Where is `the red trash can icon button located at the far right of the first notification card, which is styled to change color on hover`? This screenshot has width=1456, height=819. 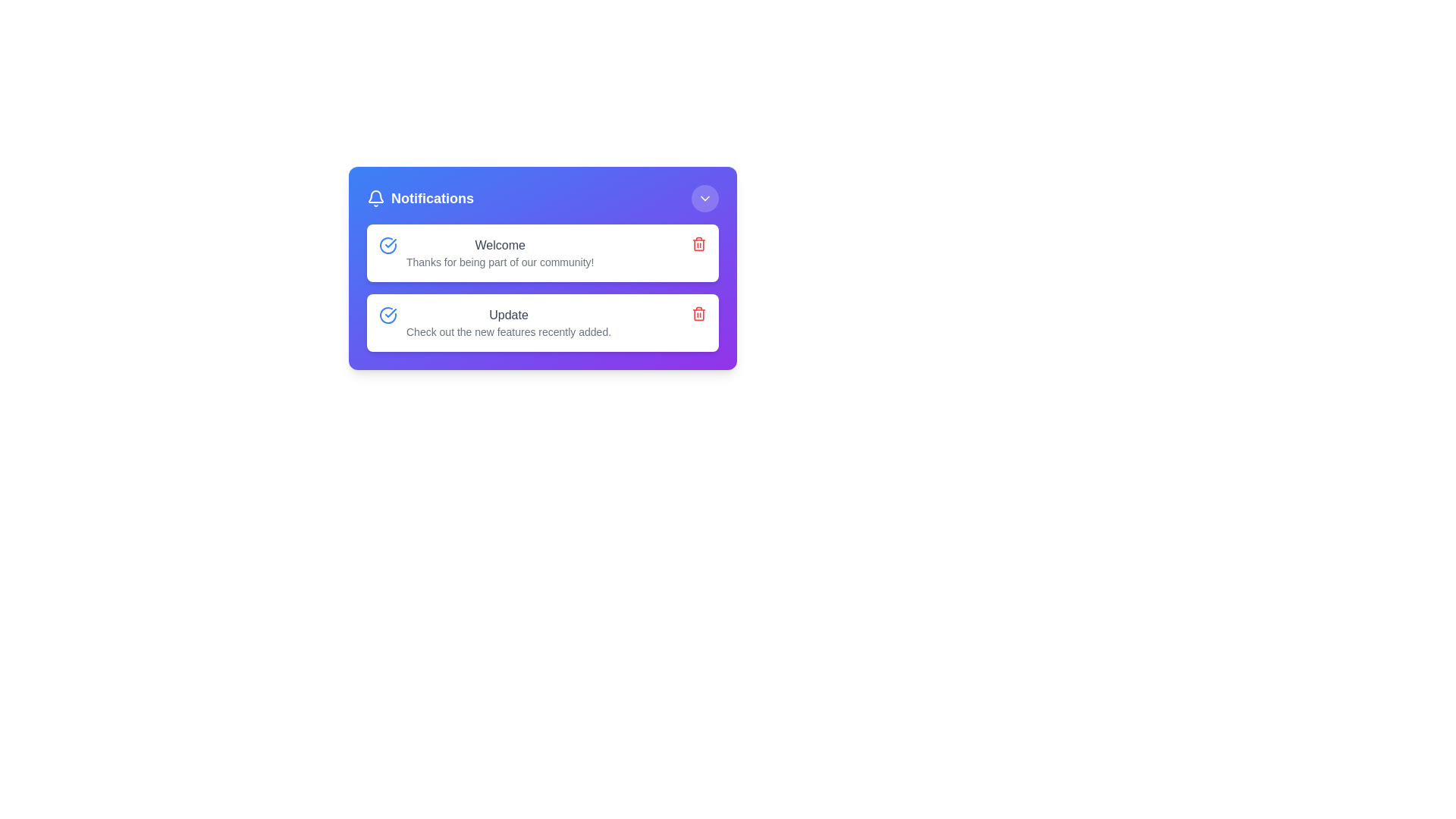 the red trash can icon button located at the far right of the first notification card, which is styled to change color on hover is located at coordinates (698, 243).